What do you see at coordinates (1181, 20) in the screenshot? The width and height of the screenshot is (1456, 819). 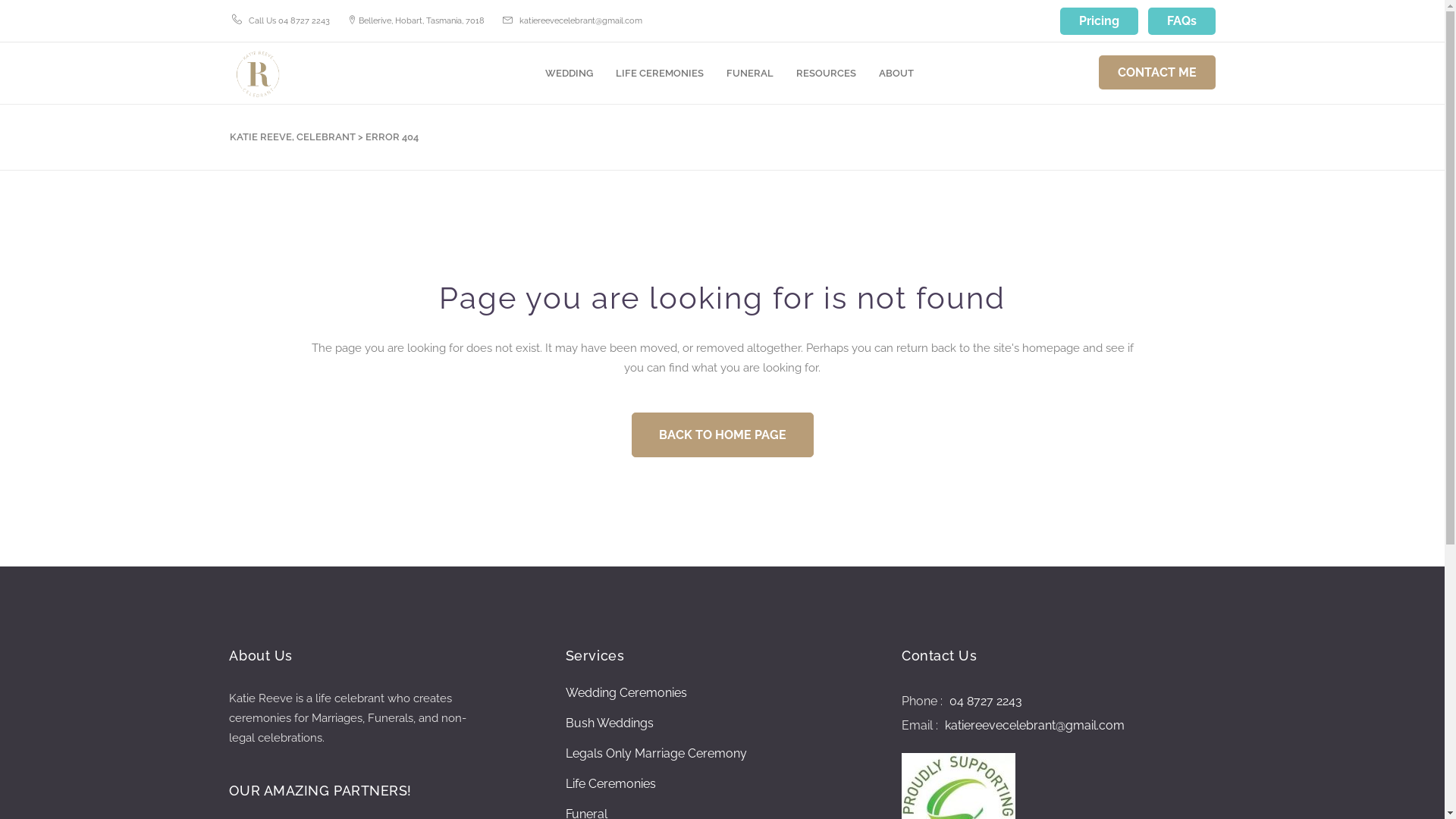 I see `'FAQs'` at bounding box center [1181, 20].